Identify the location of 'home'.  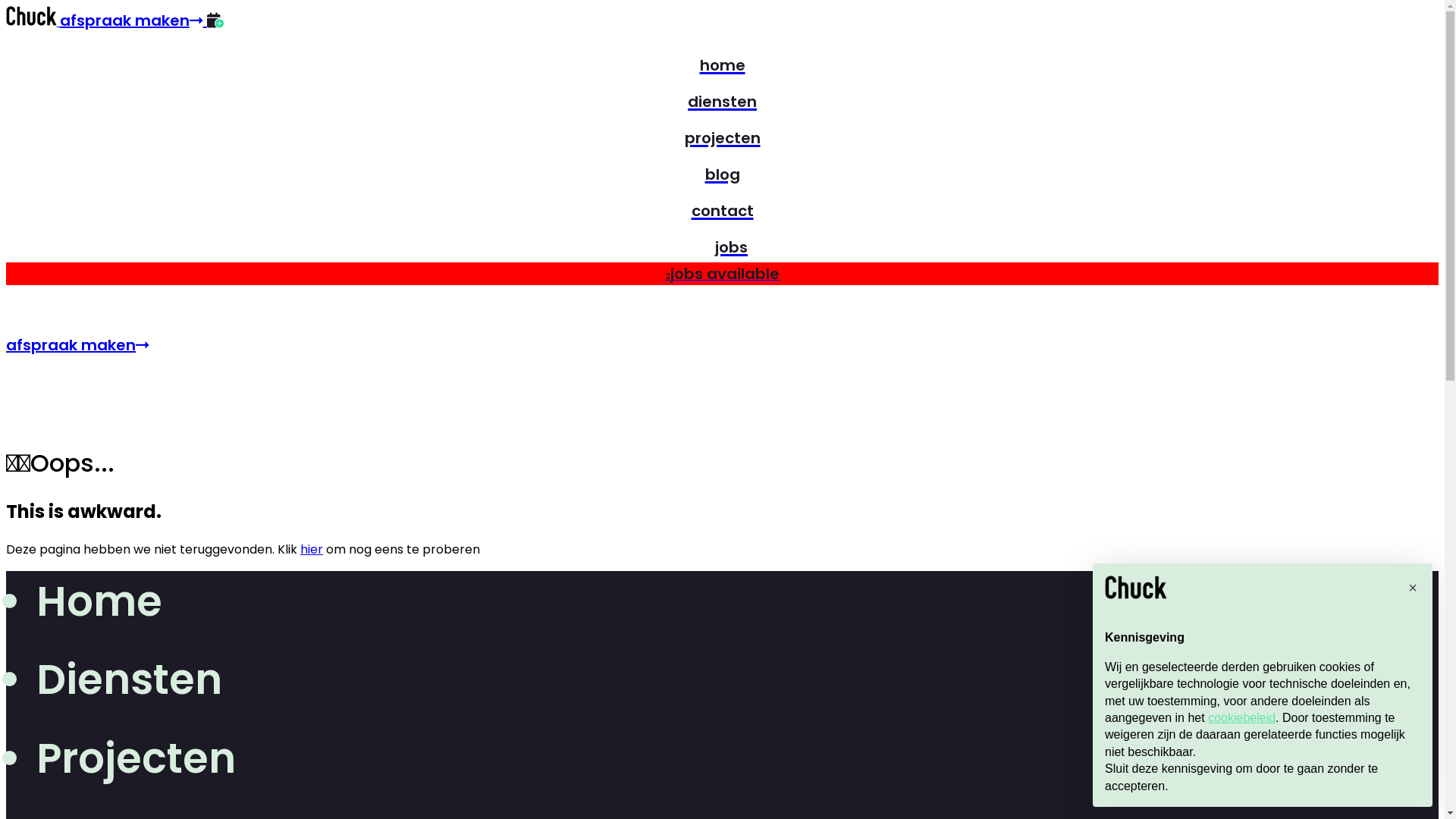
(720, 61).